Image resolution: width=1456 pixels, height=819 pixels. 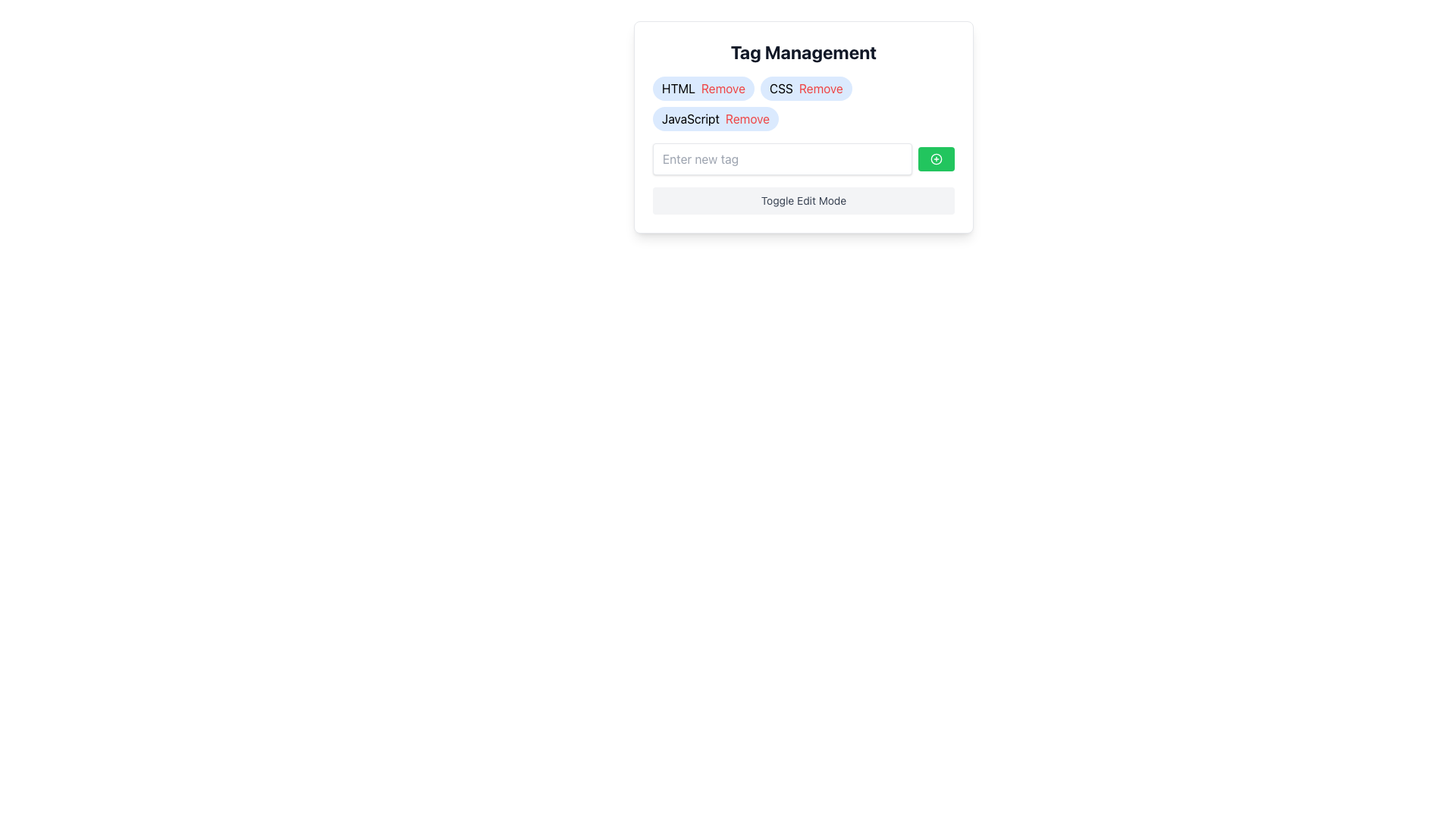 I want to click on the button that removes the 'CSS' tag from the list, so click(x=820, y=88).